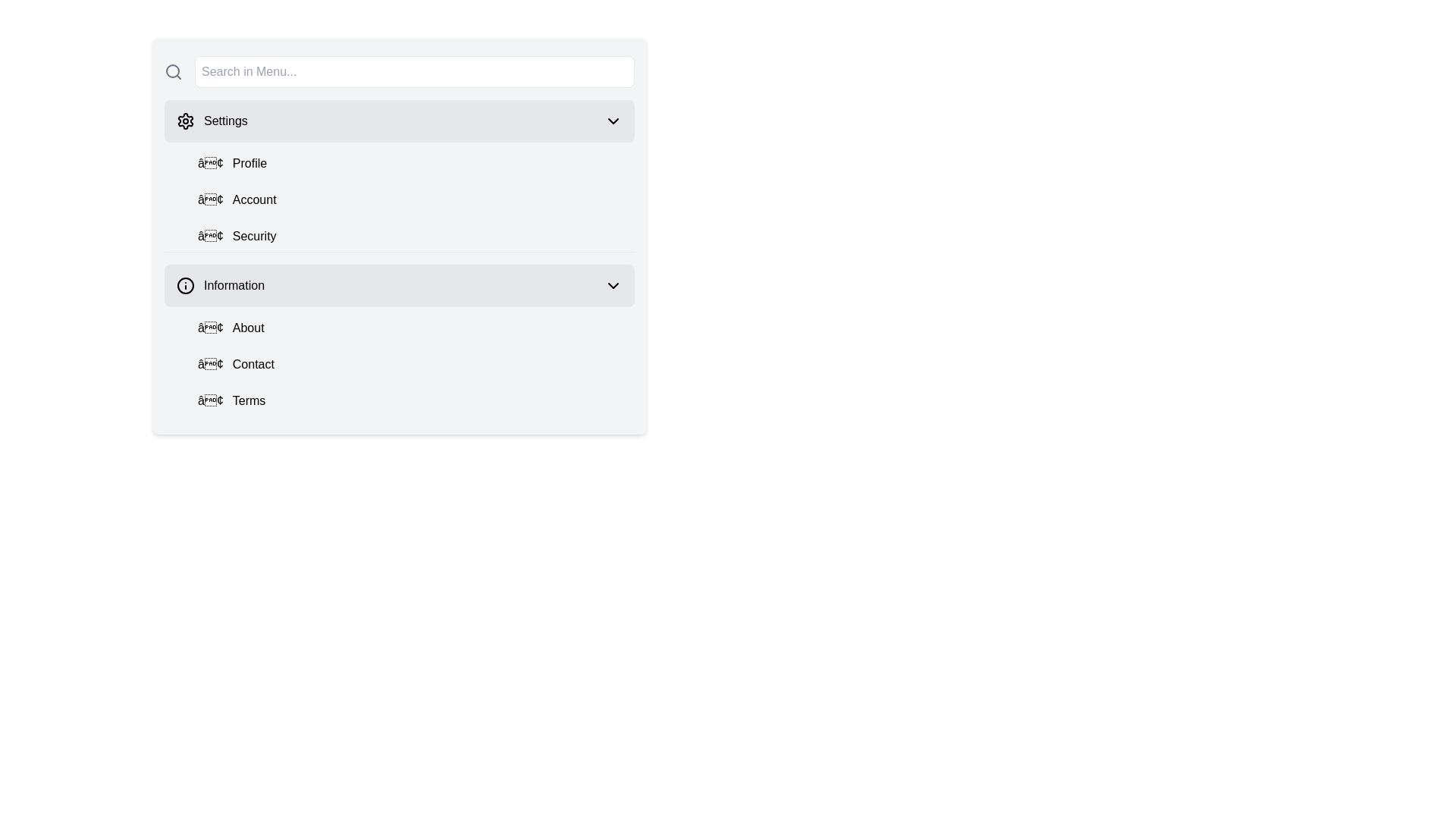 The height and width of the screenshot is (819, 1456). I want to click on the menu item that serves as a navigation option, so click(211, 120).